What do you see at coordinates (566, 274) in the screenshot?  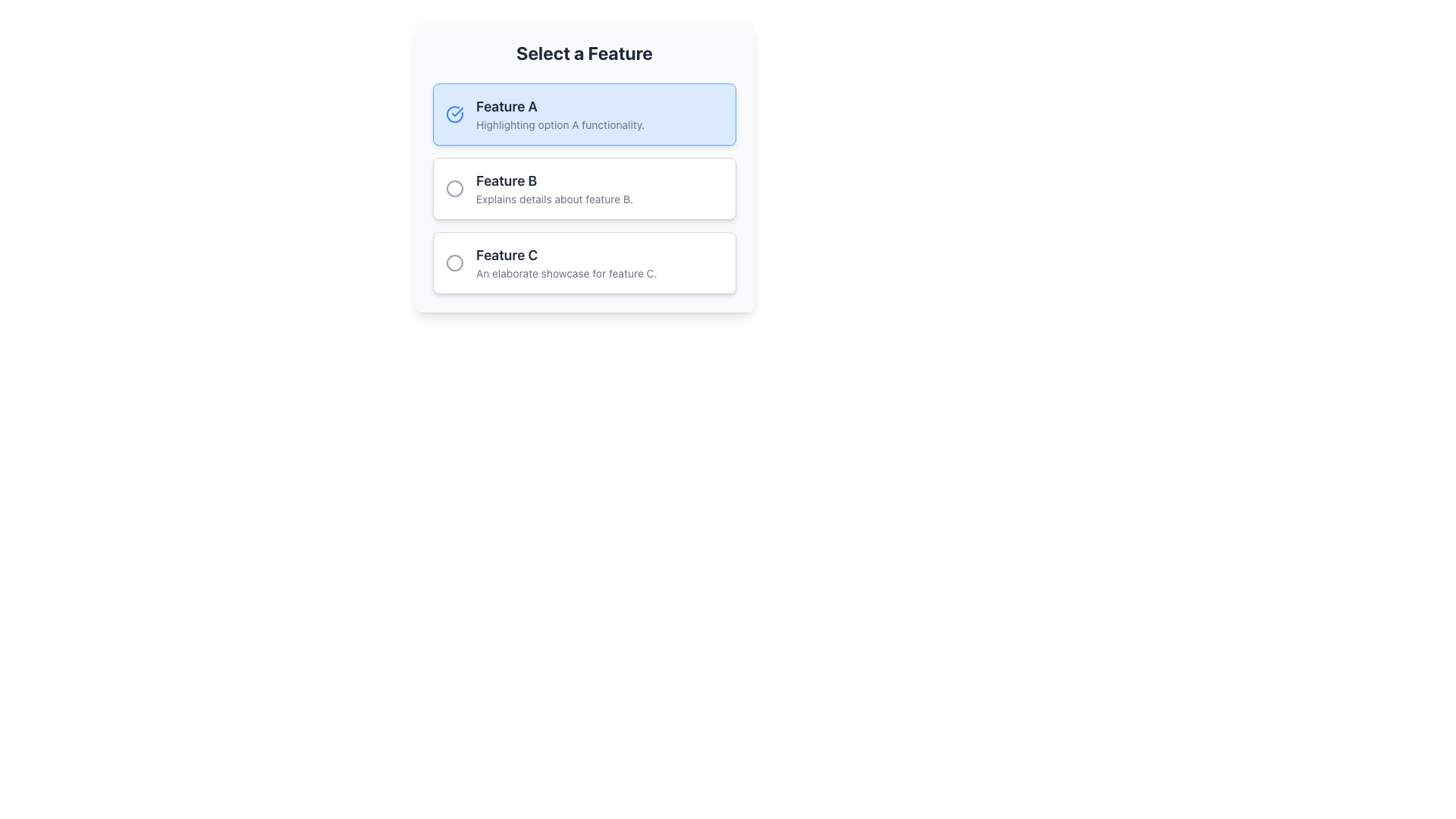 I see `the informational text label that describes 'Feature C'` at bounding box center [566, 274].